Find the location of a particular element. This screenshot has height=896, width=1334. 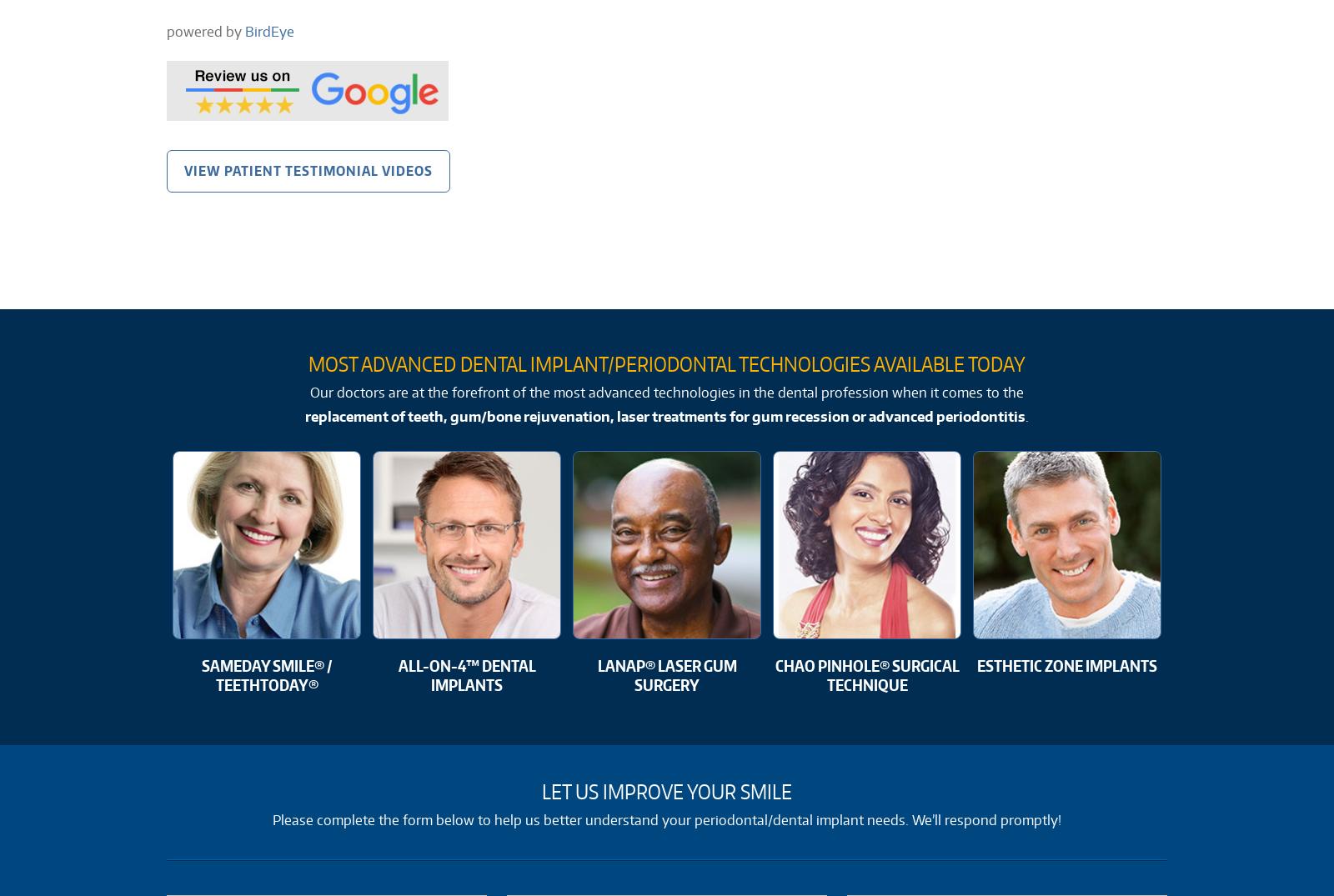

'Esthetic Zone Implants' is located at coordinates (1066, 663).